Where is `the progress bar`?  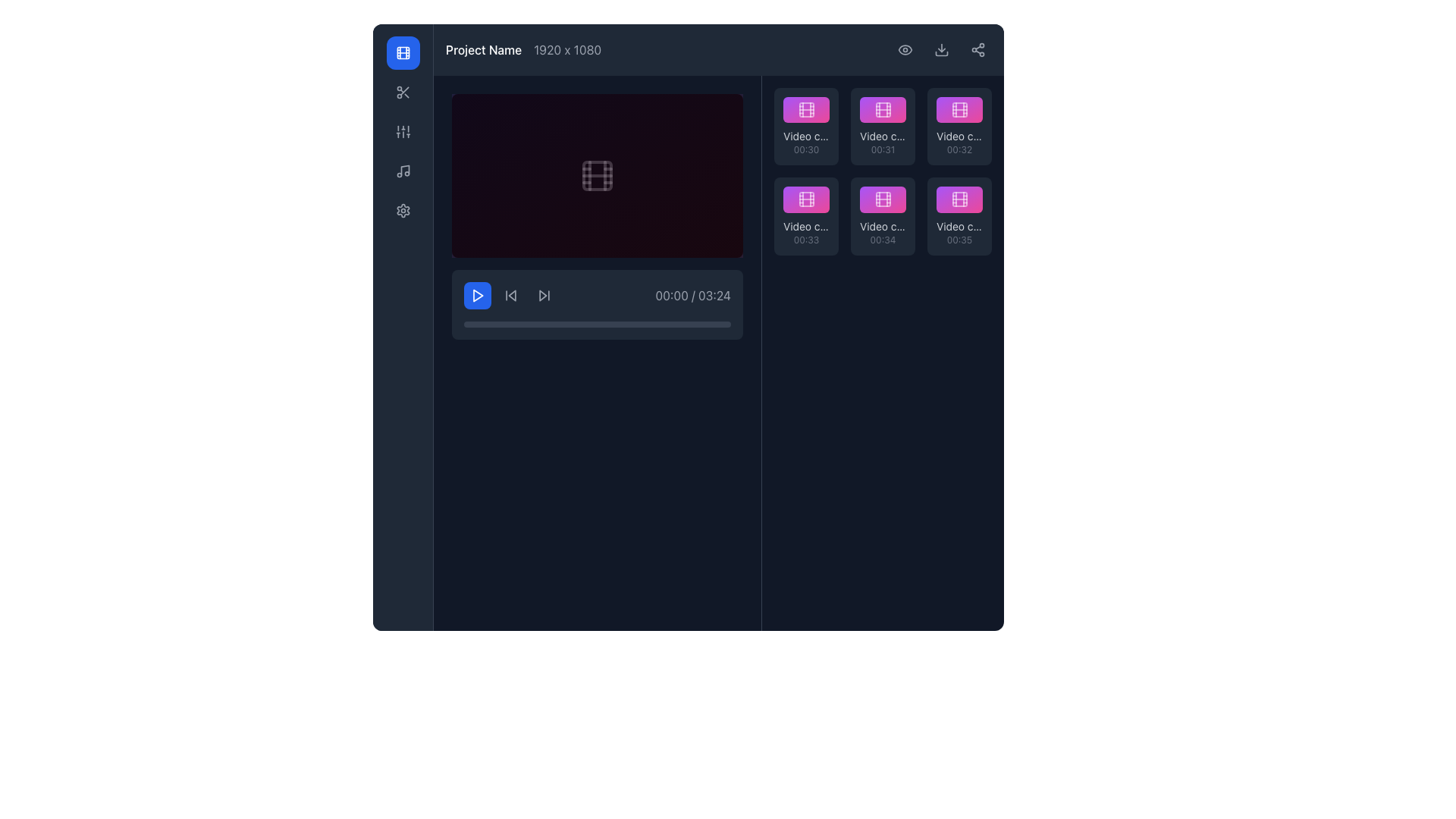 the progress bar is located at coordinates (624, 324).